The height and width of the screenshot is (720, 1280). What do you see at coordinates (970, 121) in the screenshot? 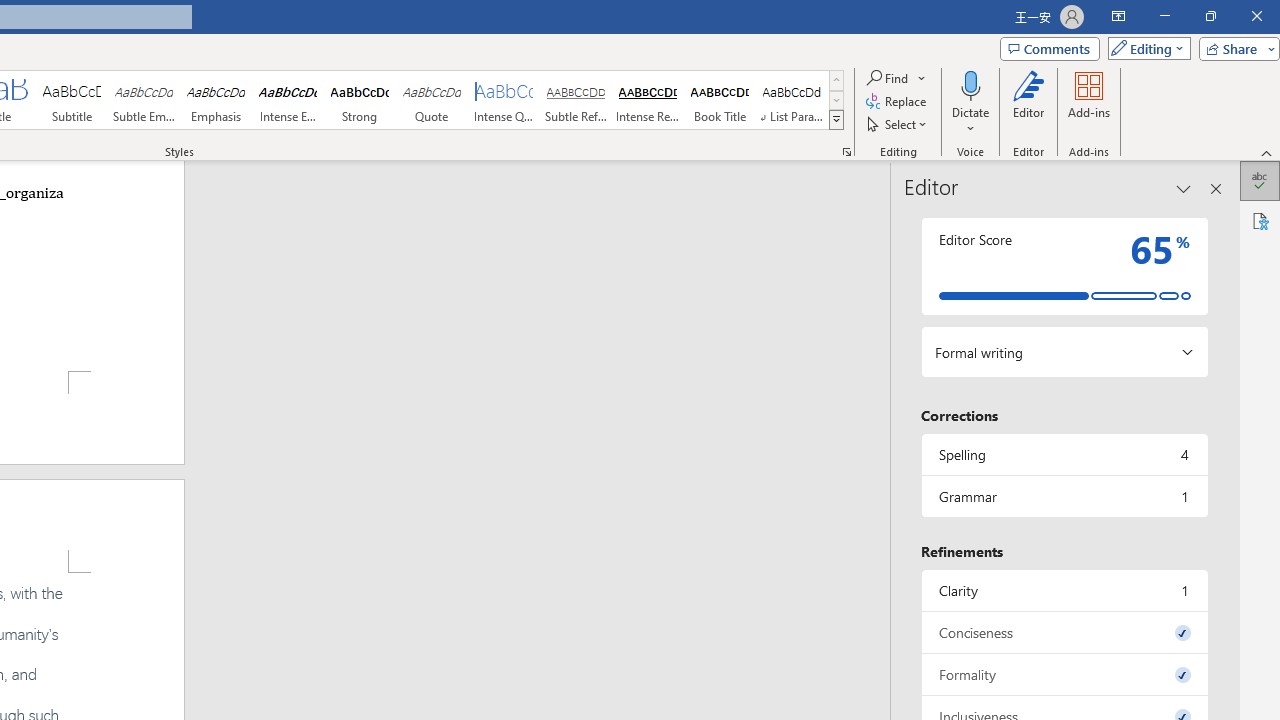
I see `'More Options'` at bounding box center [970, 121].